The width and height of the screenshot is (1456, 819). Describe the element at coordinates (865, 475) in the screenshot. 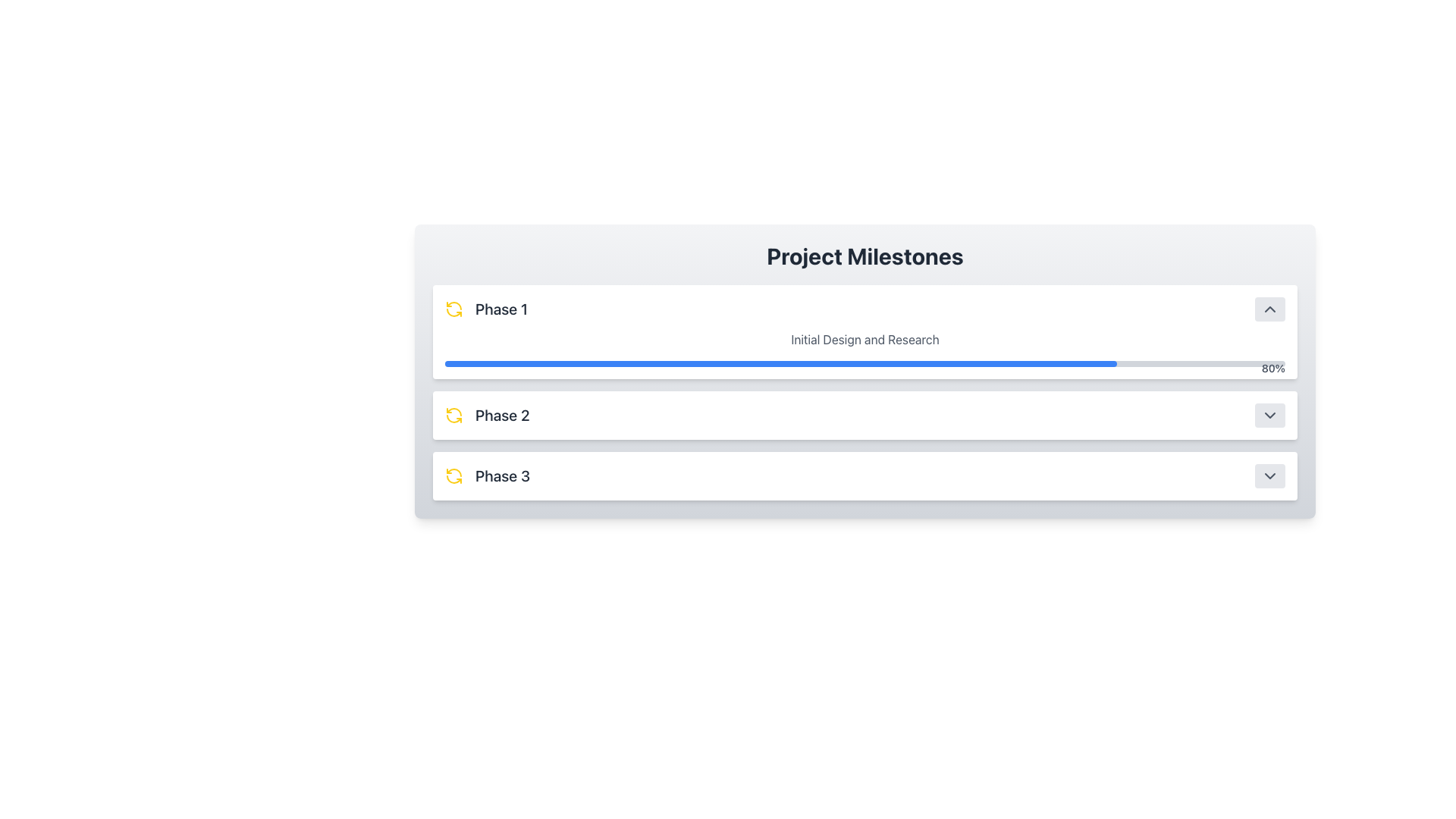

I see `the third milestone phase indicator in the project progress tracker` at that location.